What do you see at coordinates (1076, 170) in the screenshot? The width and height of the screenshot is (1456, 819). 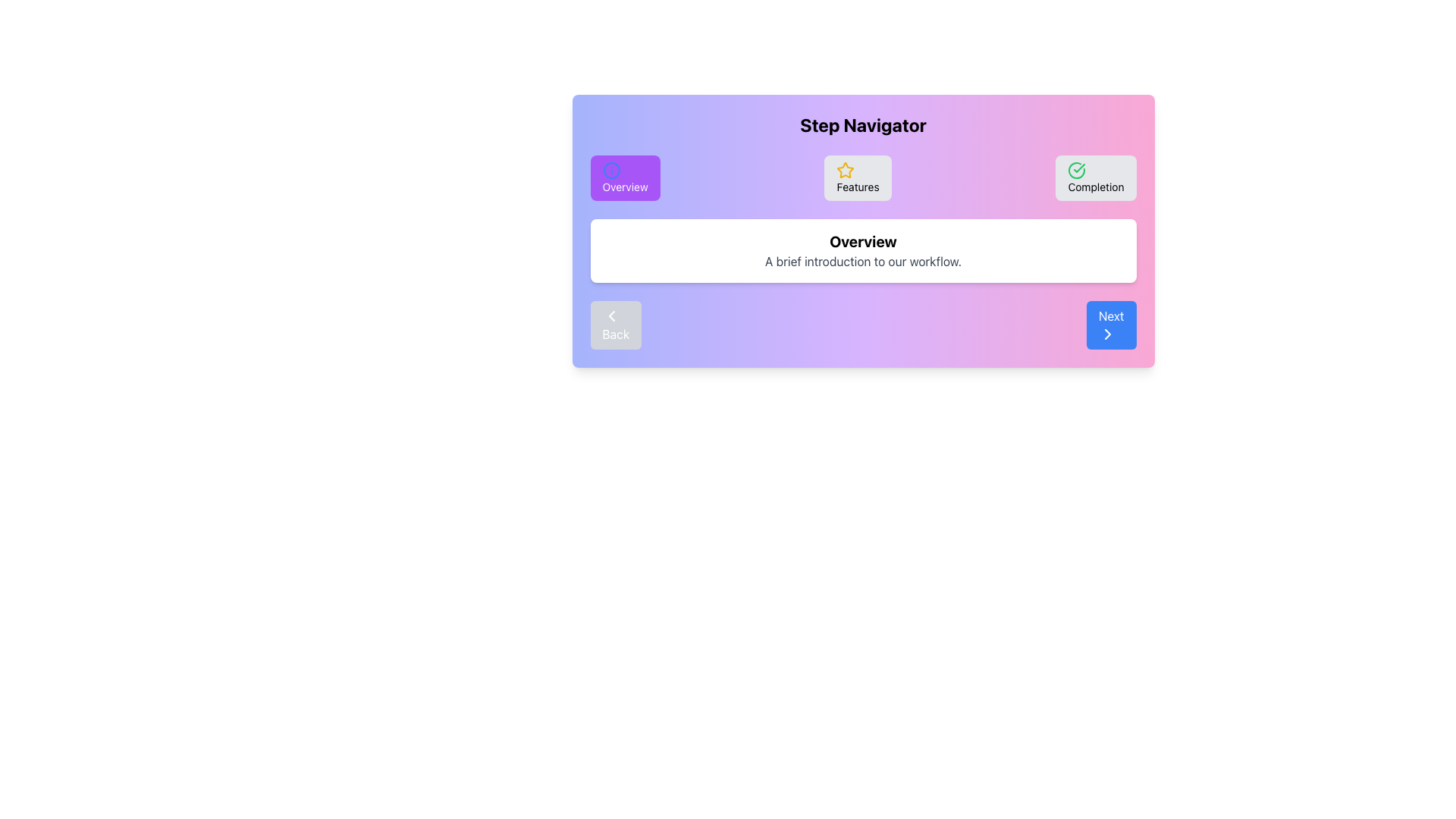 I see `the green circular checkmark icon in the top-right segment of the interface that indicates a step marked as completed` at bounding box center [1076, 170].